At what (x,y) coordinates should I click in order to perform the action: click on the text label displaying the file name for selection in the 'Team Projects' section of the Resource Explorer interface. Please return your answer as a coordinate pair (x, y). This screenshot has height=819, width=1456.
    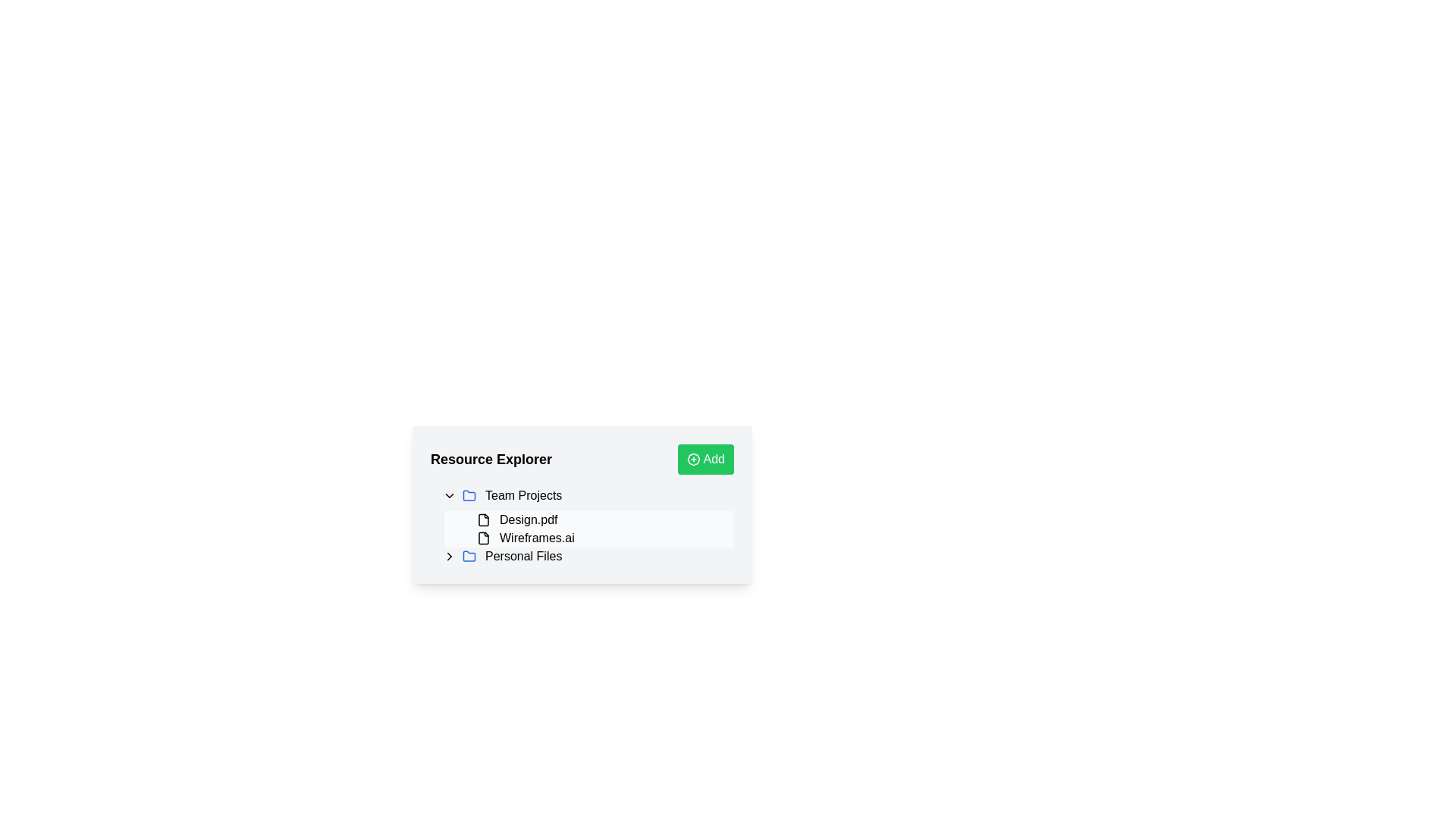
    Looking at the image, I should click on (529, 519).